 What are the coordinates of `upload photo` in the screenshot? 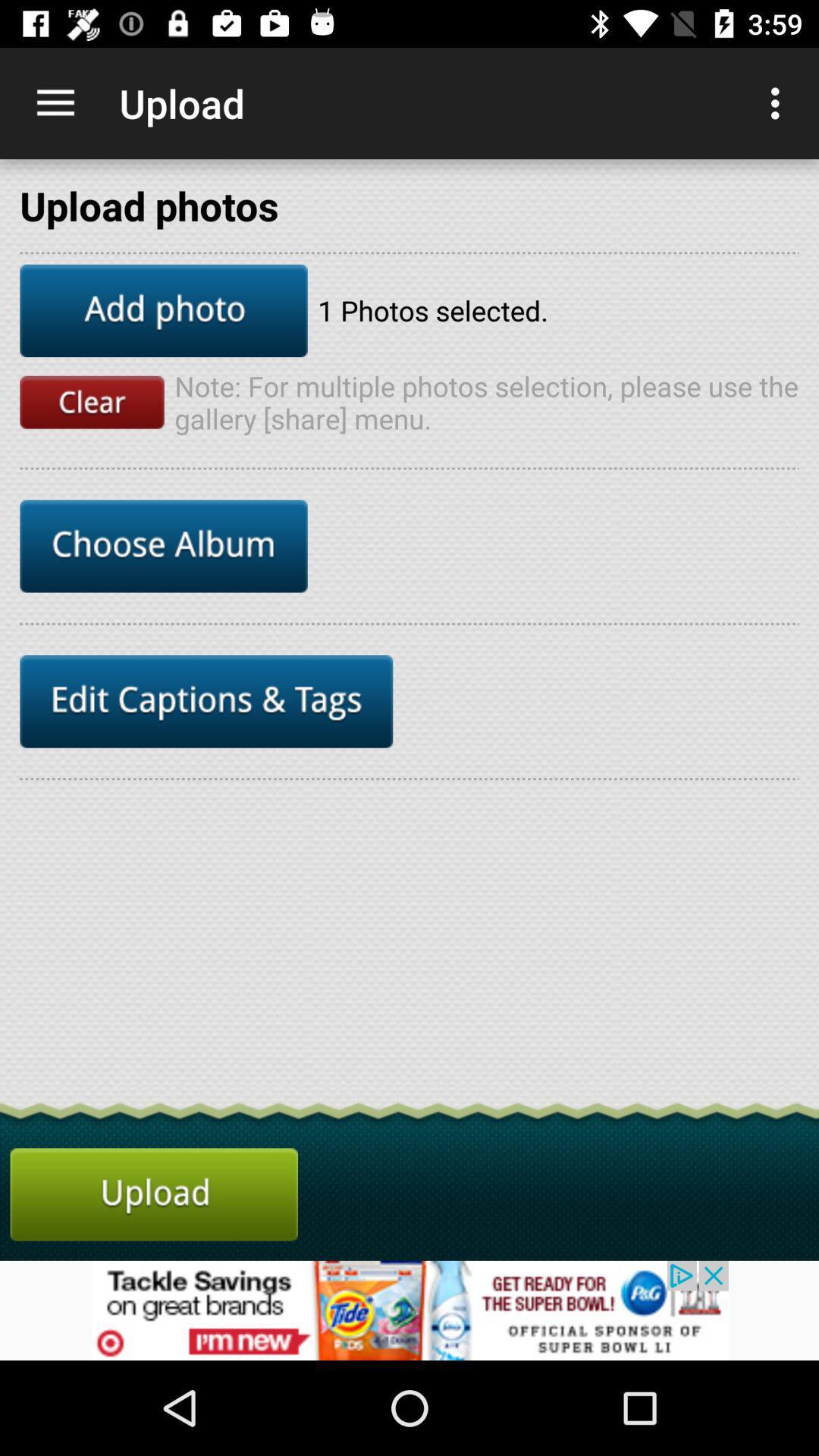 It's located at (154, 1194).